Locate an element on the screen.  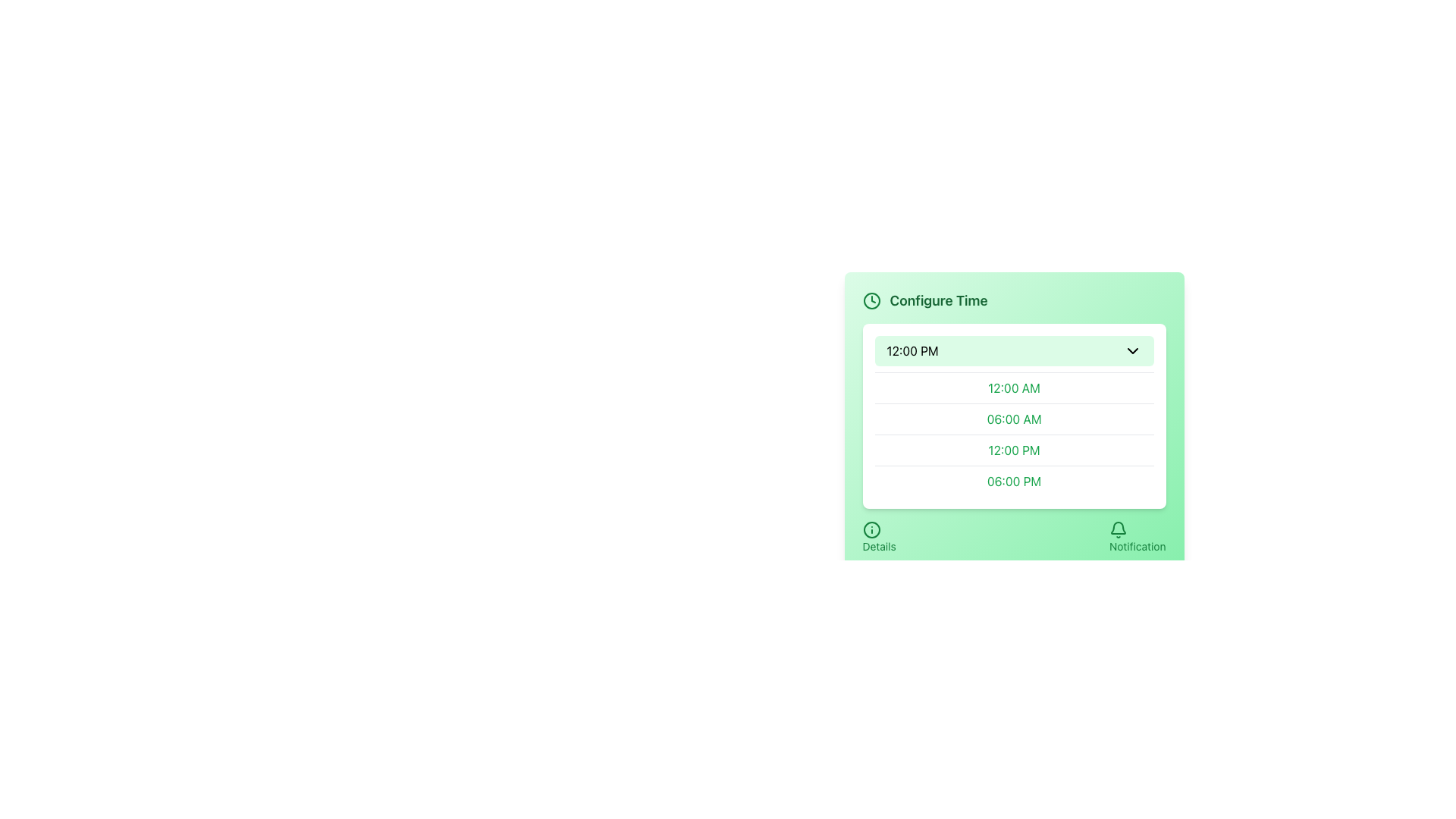
text label that serves as a heading for the time configuration section, located near the top-left corner of the green panel interface, to the right of a clock icon and directly above the time settings dropdown menu is located at coordinates (938, 301).